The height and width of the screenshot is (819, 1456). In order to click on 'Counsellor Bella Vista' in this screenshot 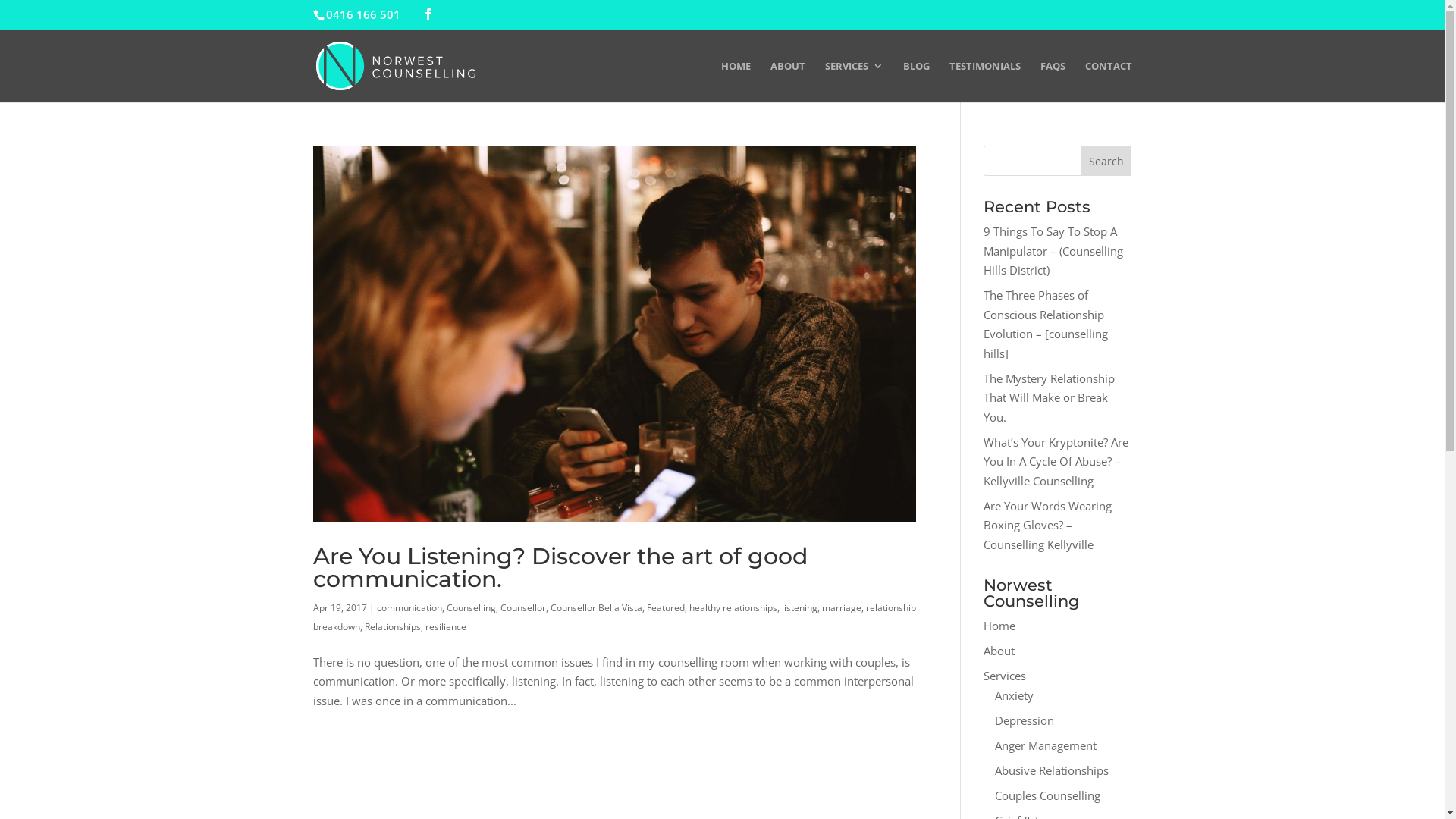, I will do `click(595, 607)`.